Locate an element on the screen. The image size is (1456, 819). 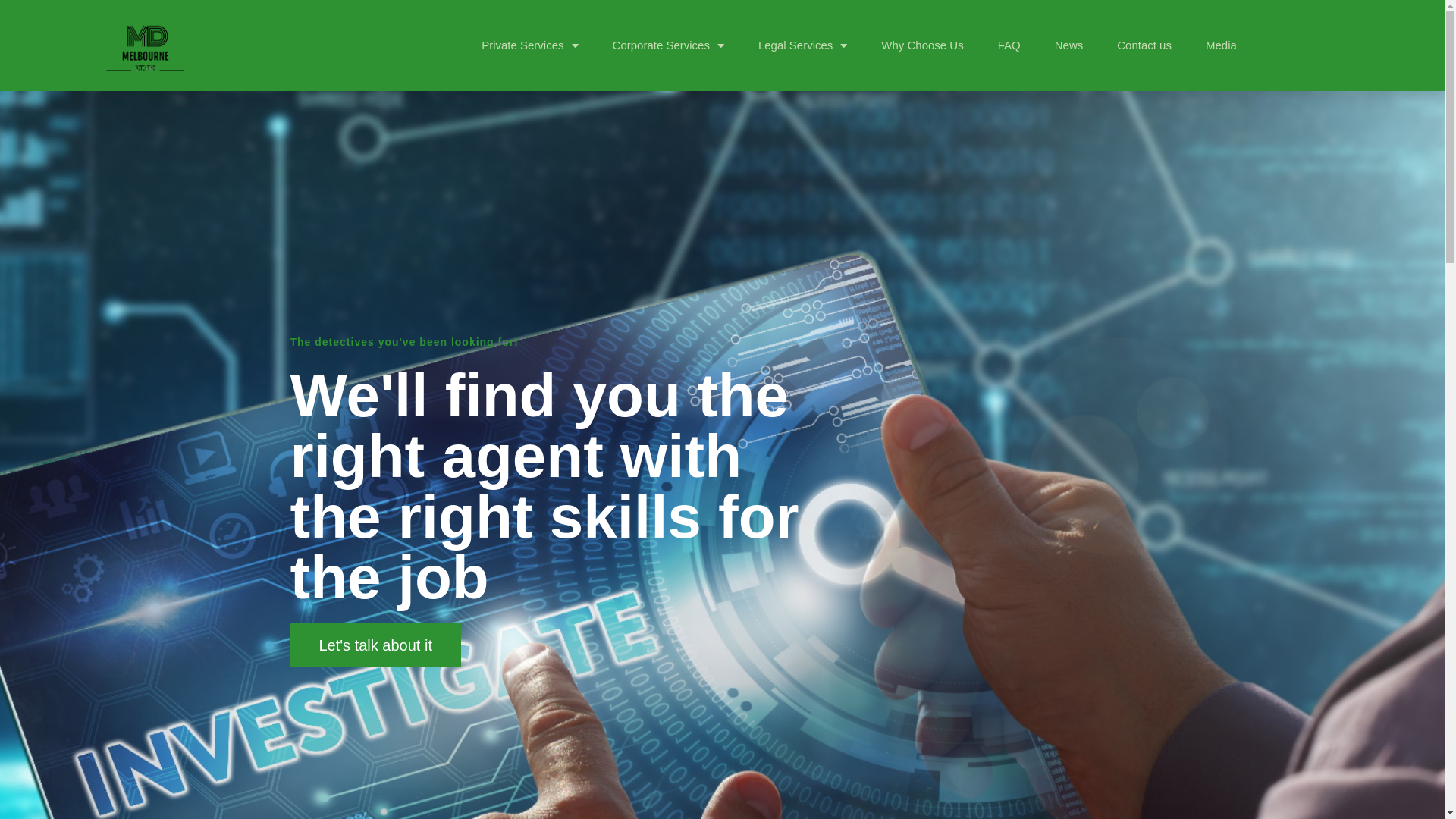
'Let's talk about it' is located at coordinates (375, 645).